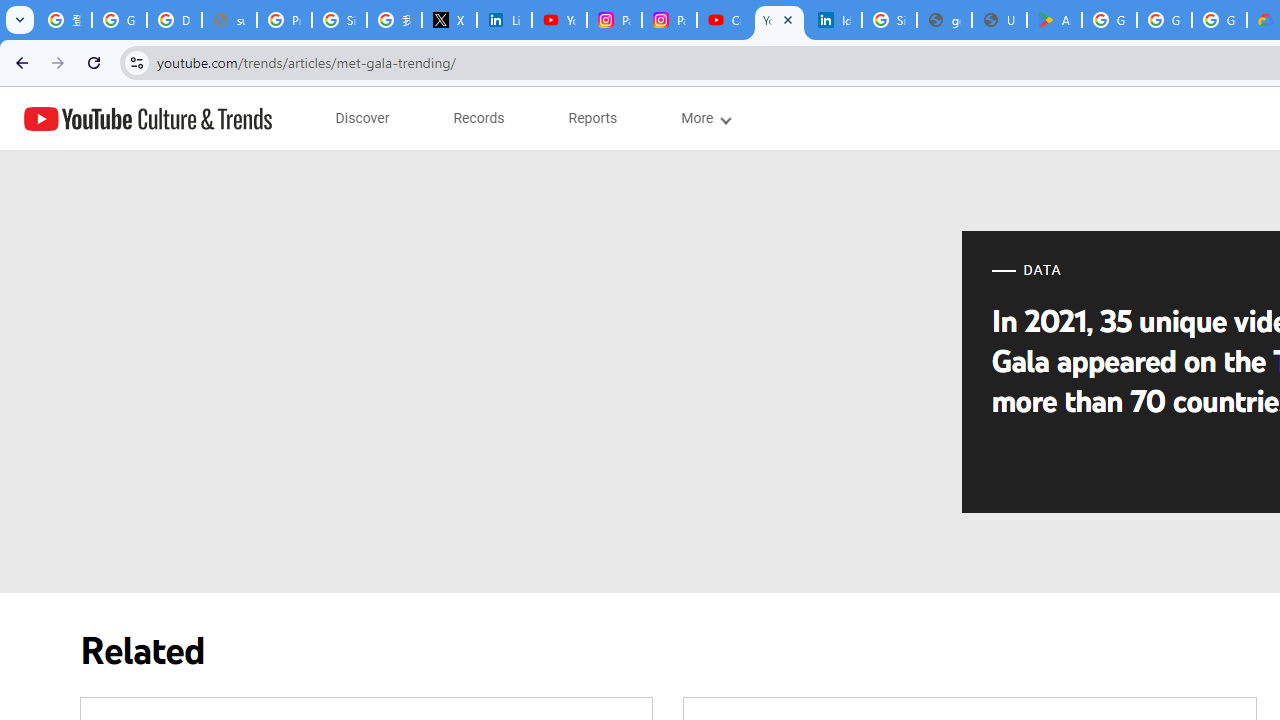  I want to click on 'JUMP TO CONTENT', so click(209, 119).